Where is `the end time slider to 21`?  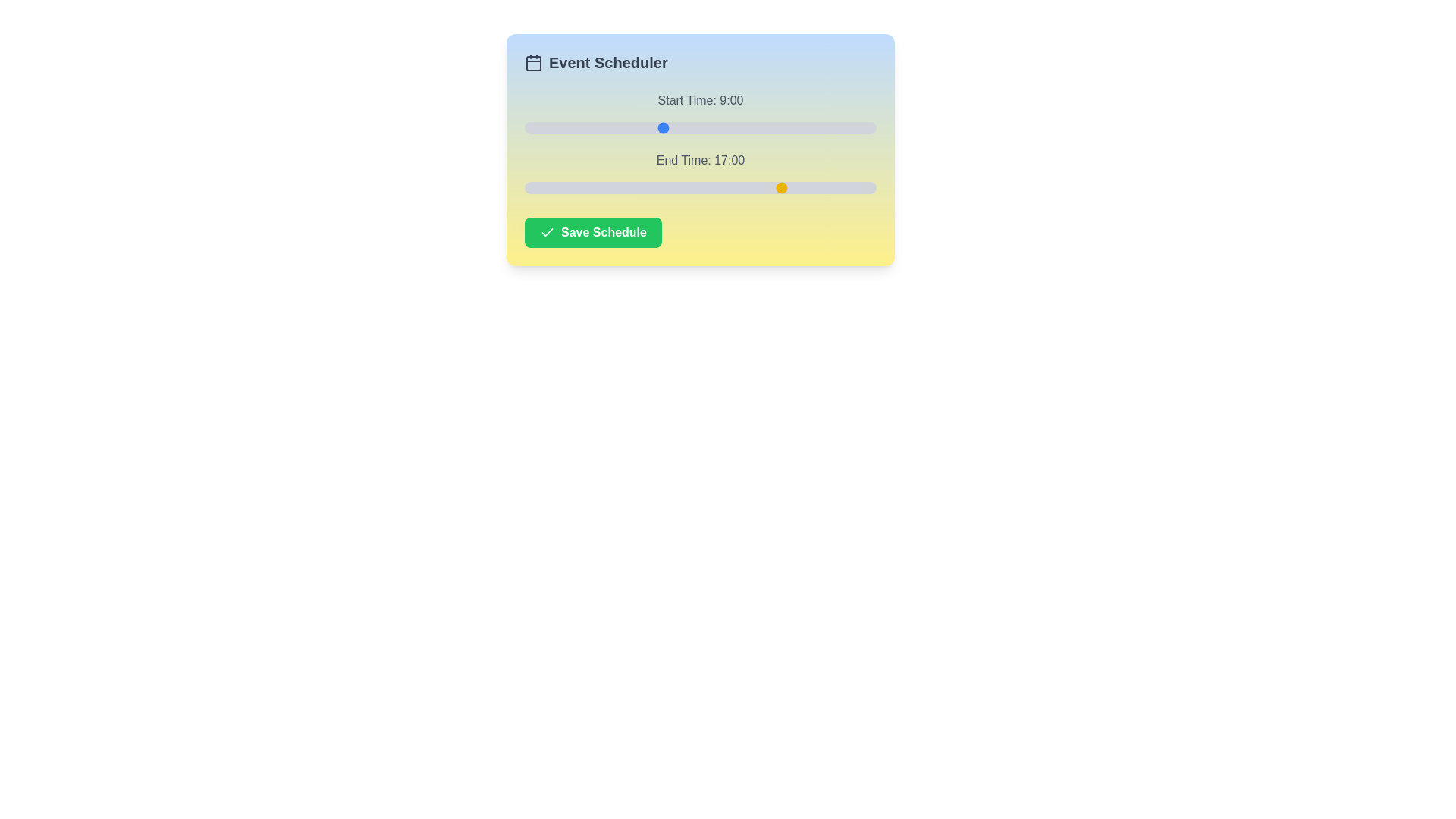 the end time slider to 21 is located at coordinates (845, 187).